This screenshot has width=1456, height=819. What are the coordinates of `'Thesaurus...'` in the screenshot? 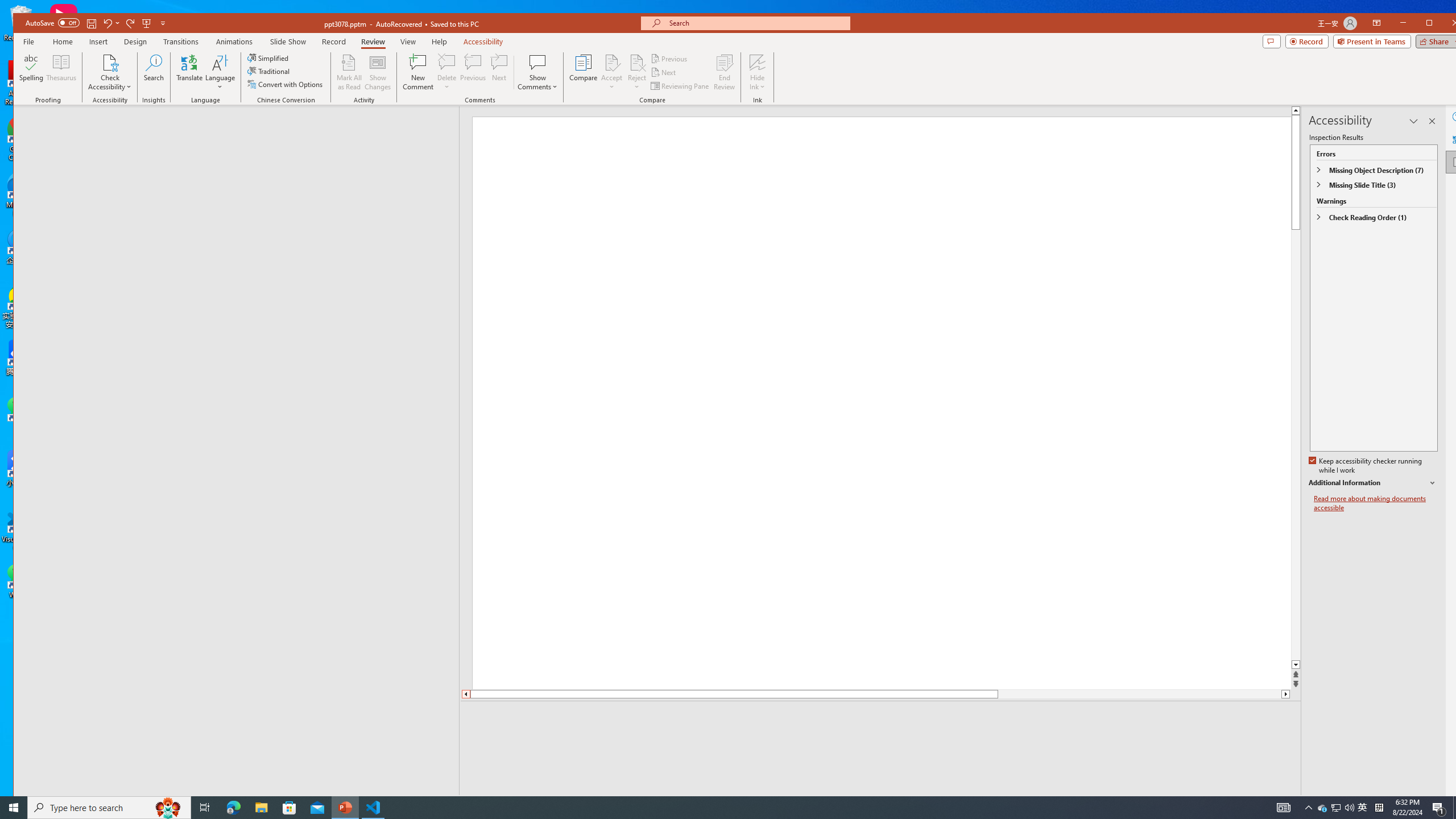 It's located at (61, 72).